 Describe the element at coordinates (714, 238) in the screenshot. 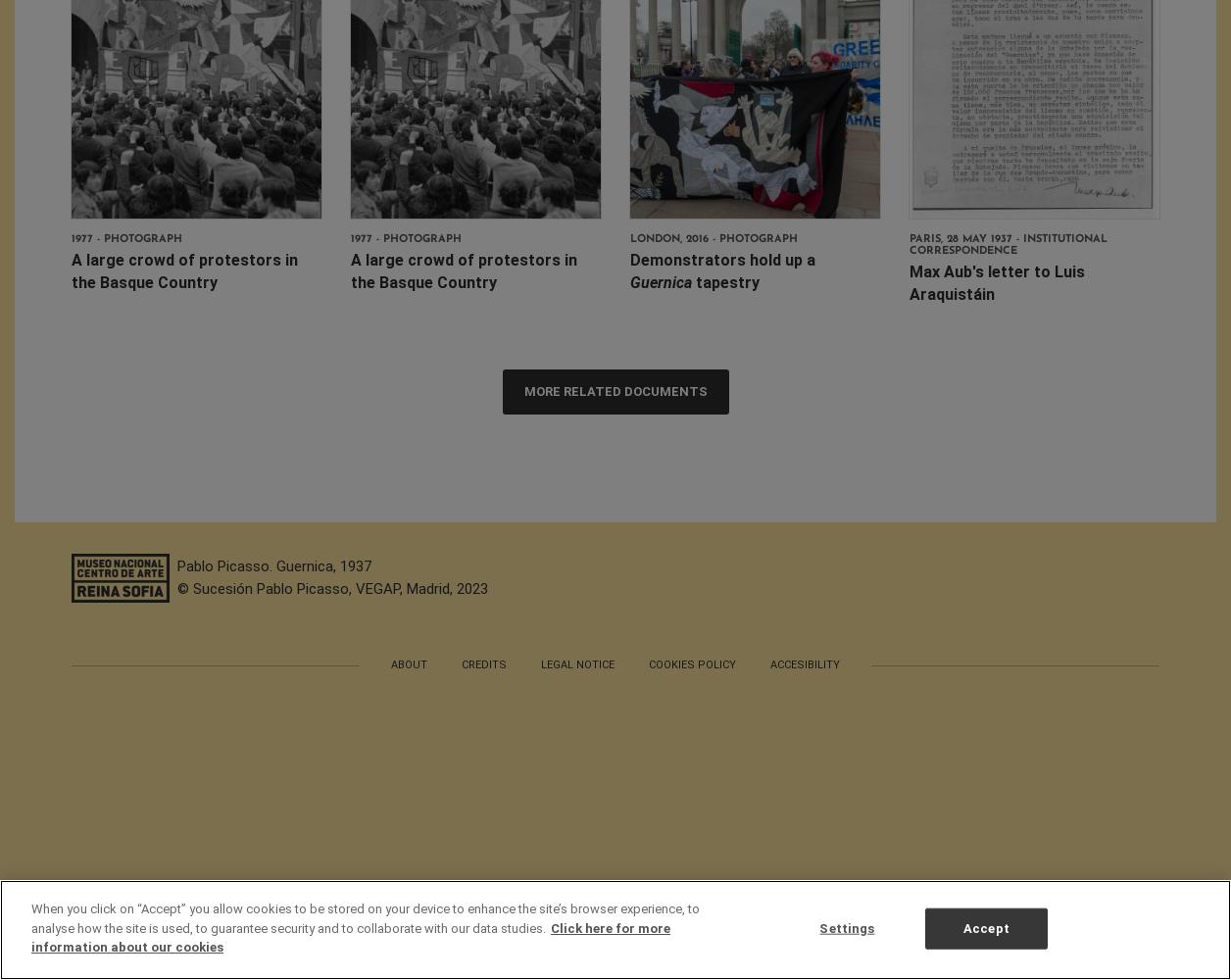

I see `'London, 2016


              -
      
              Photograph'` at that location.